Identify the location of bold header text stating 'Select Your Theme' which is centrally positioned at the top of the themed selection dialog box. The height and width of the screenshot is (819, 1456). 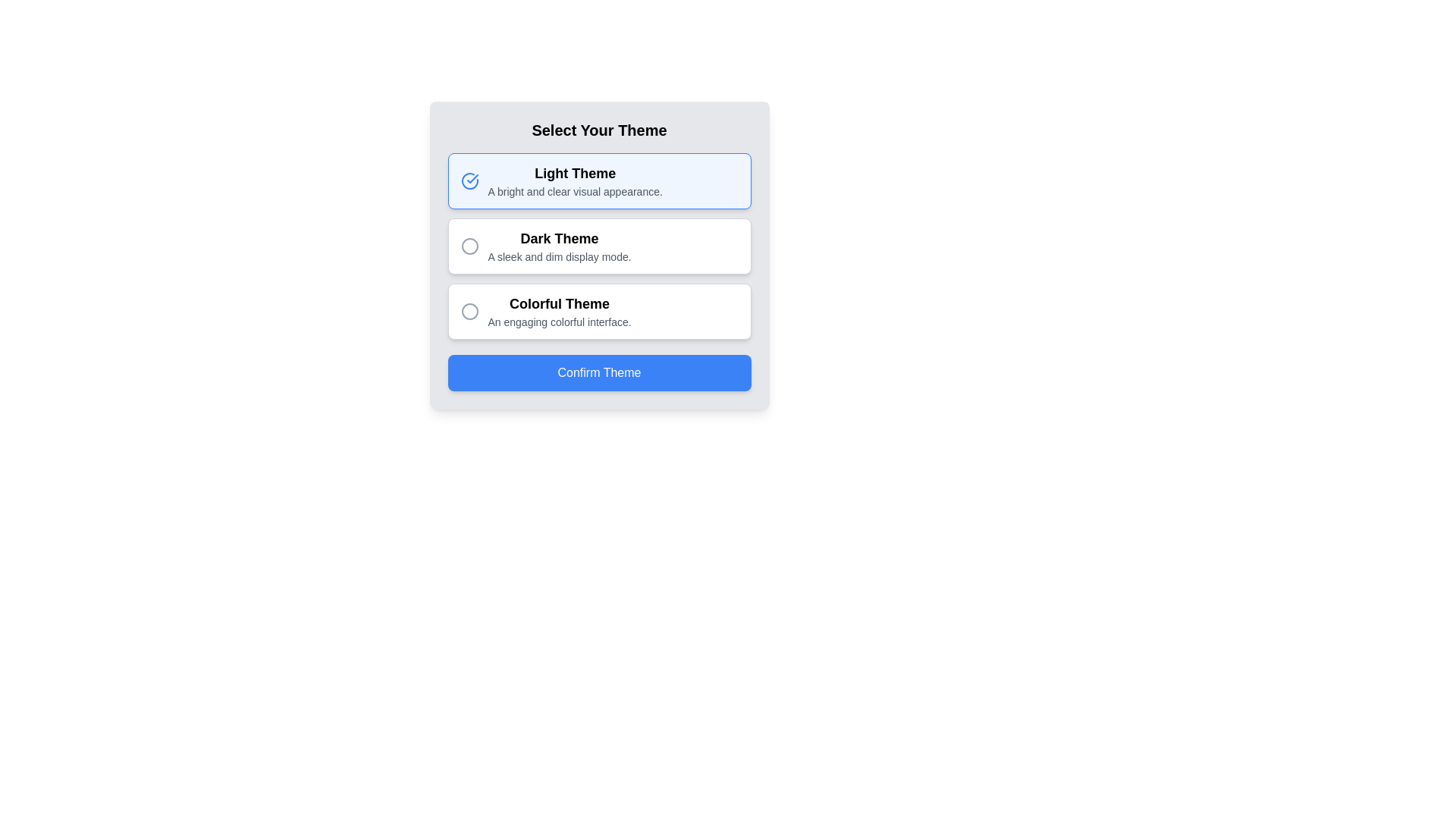
(598, 130).